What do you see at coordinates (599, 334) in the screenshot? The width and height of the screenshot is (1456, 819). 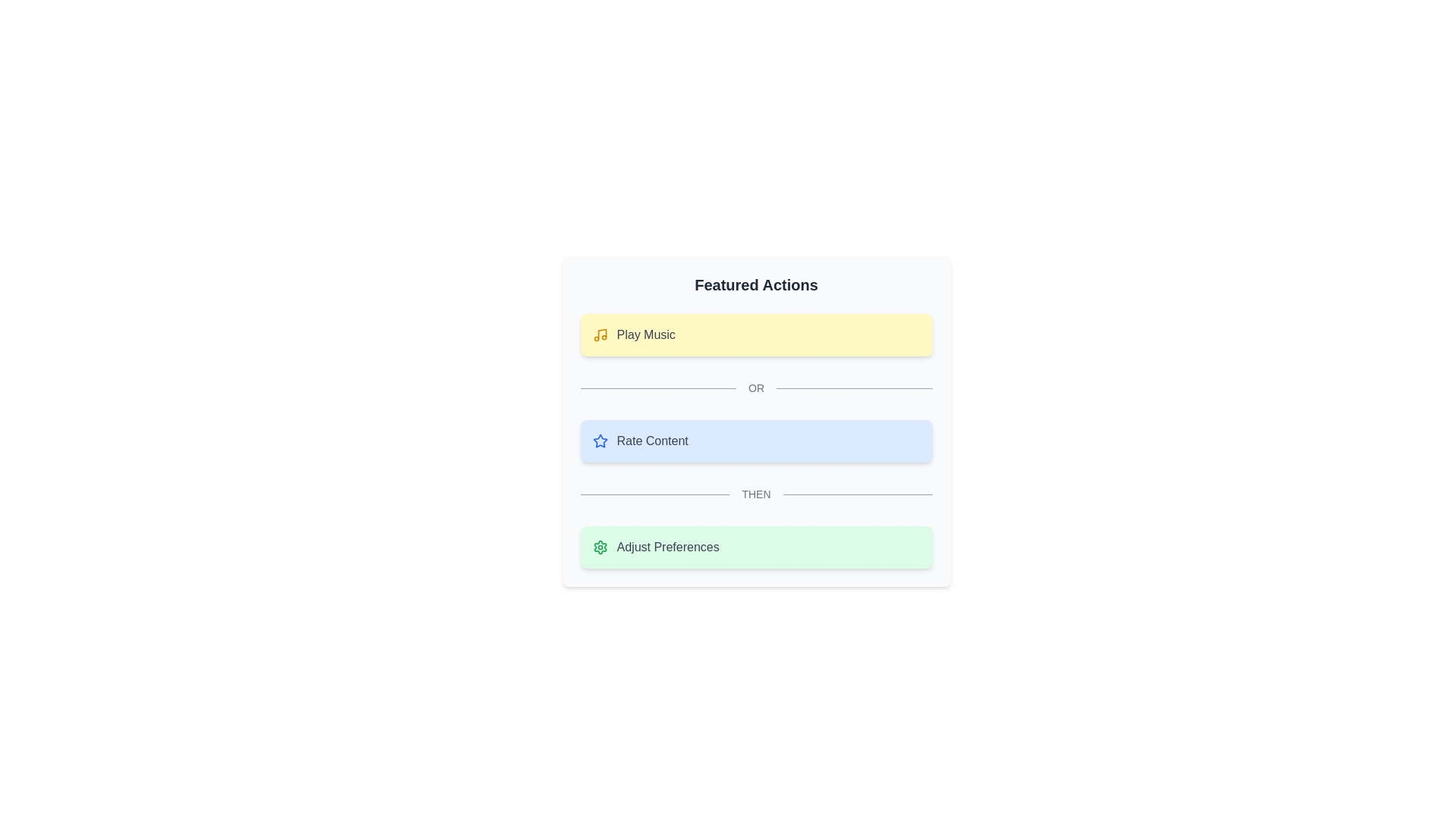 I see `the 'Play Music' button, which contains the icon on the far left and is labeled with the text 'Play Music'` at bounding box center [599, 334].